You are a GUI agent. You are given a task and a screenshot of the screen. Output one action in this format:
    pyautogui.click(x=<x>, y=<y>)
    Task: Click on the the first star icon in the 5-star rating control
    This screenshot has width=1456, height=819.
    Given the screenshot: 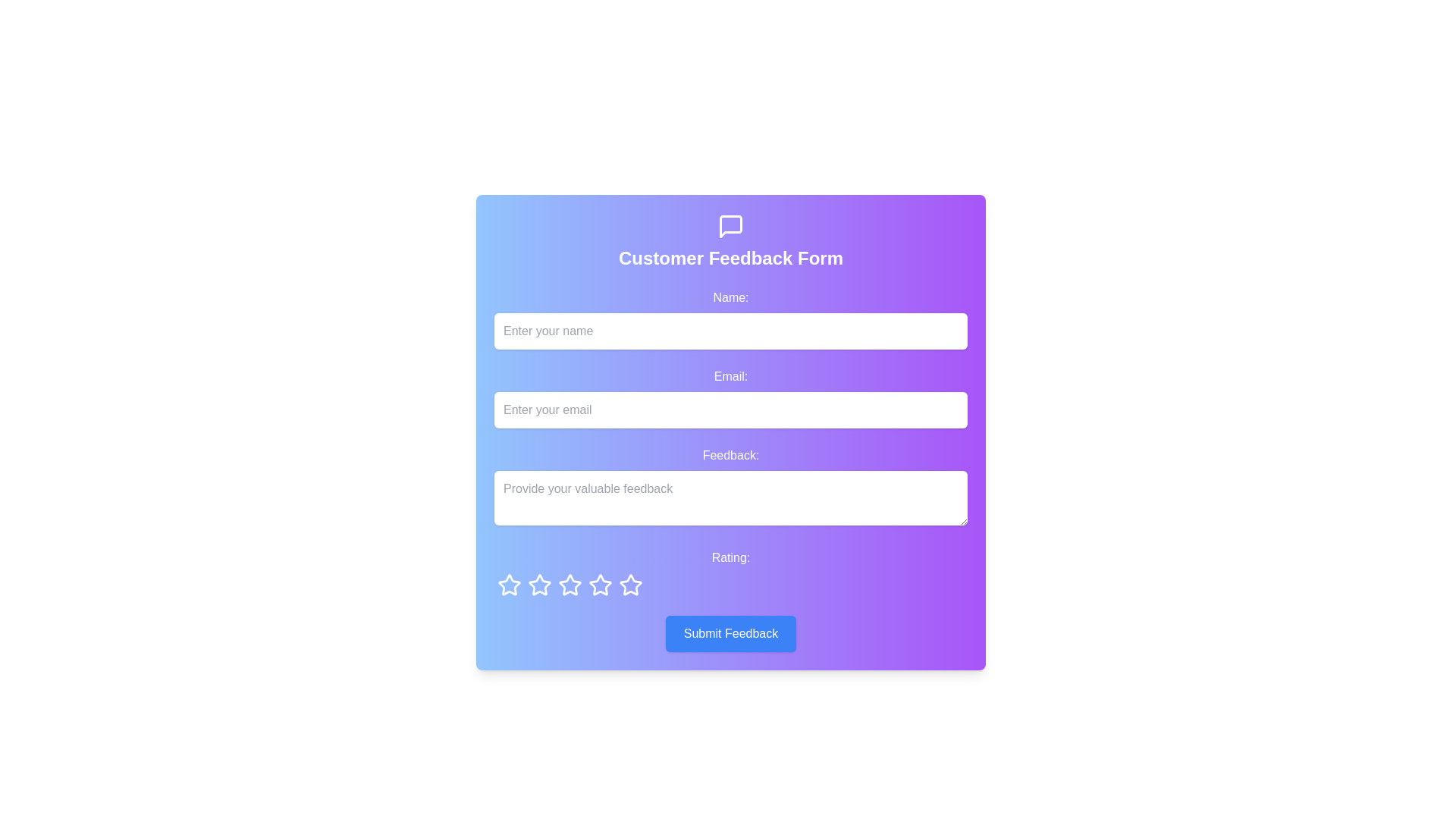 What is the action you would take?
    pyautogui.click(x=510, y=584)
    